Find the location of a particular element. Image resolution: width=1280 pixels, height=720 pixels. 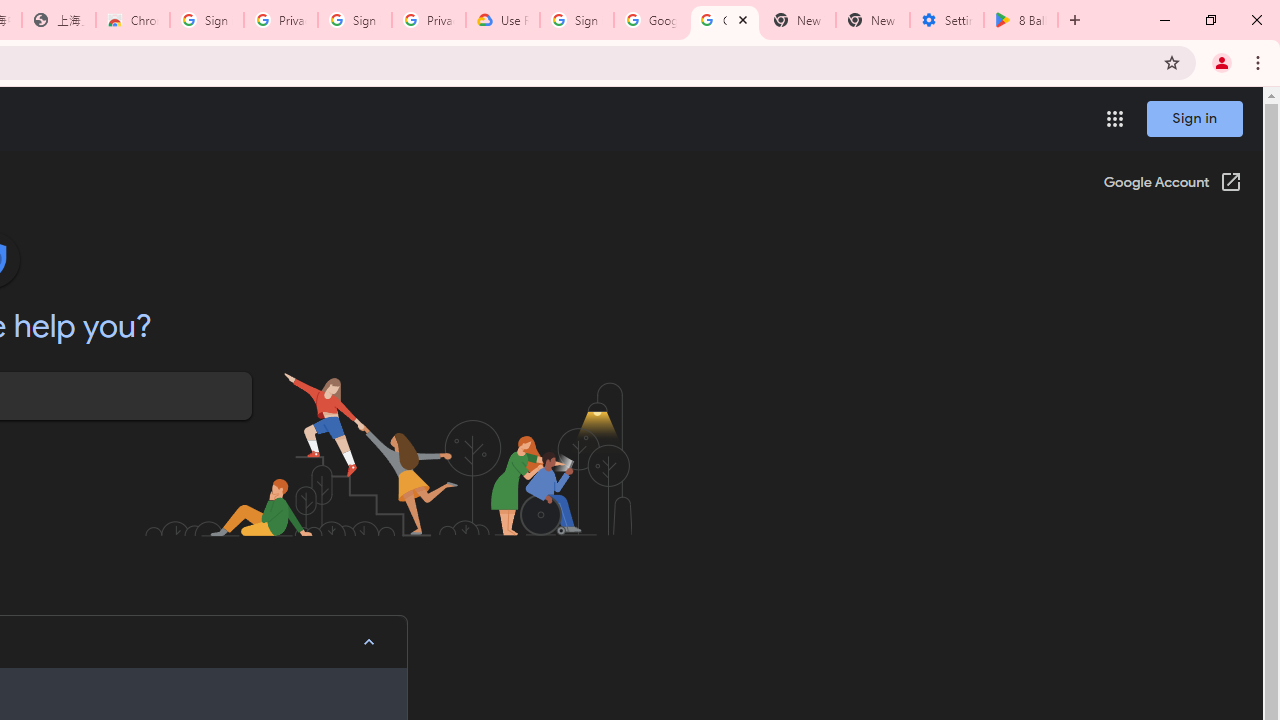

'Google Account (Open in a new window)' is located at coordinates (1173, 183).